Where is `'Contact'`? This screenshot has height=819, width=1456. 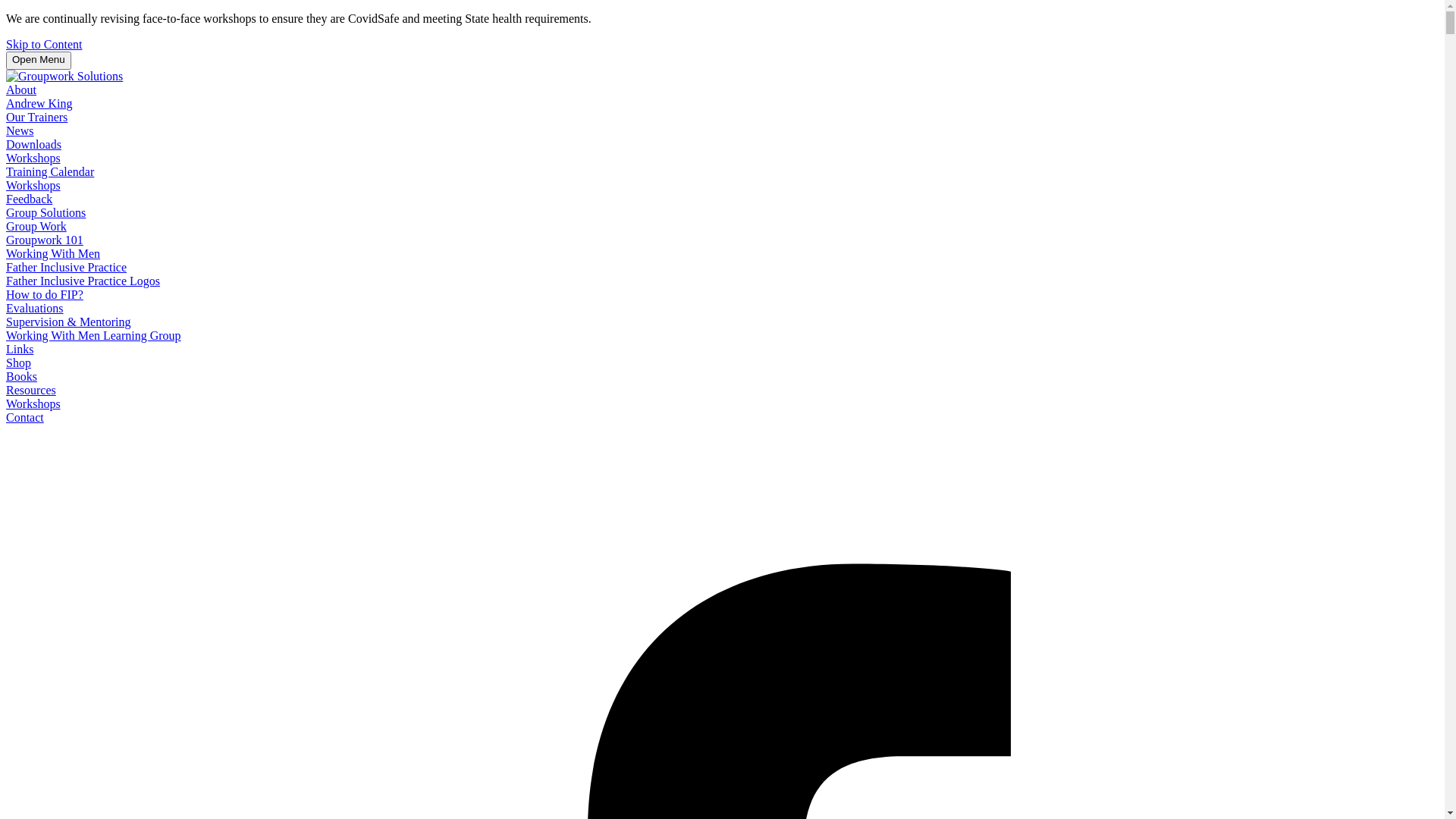 'Contact' is located at coordinates (6, 417).